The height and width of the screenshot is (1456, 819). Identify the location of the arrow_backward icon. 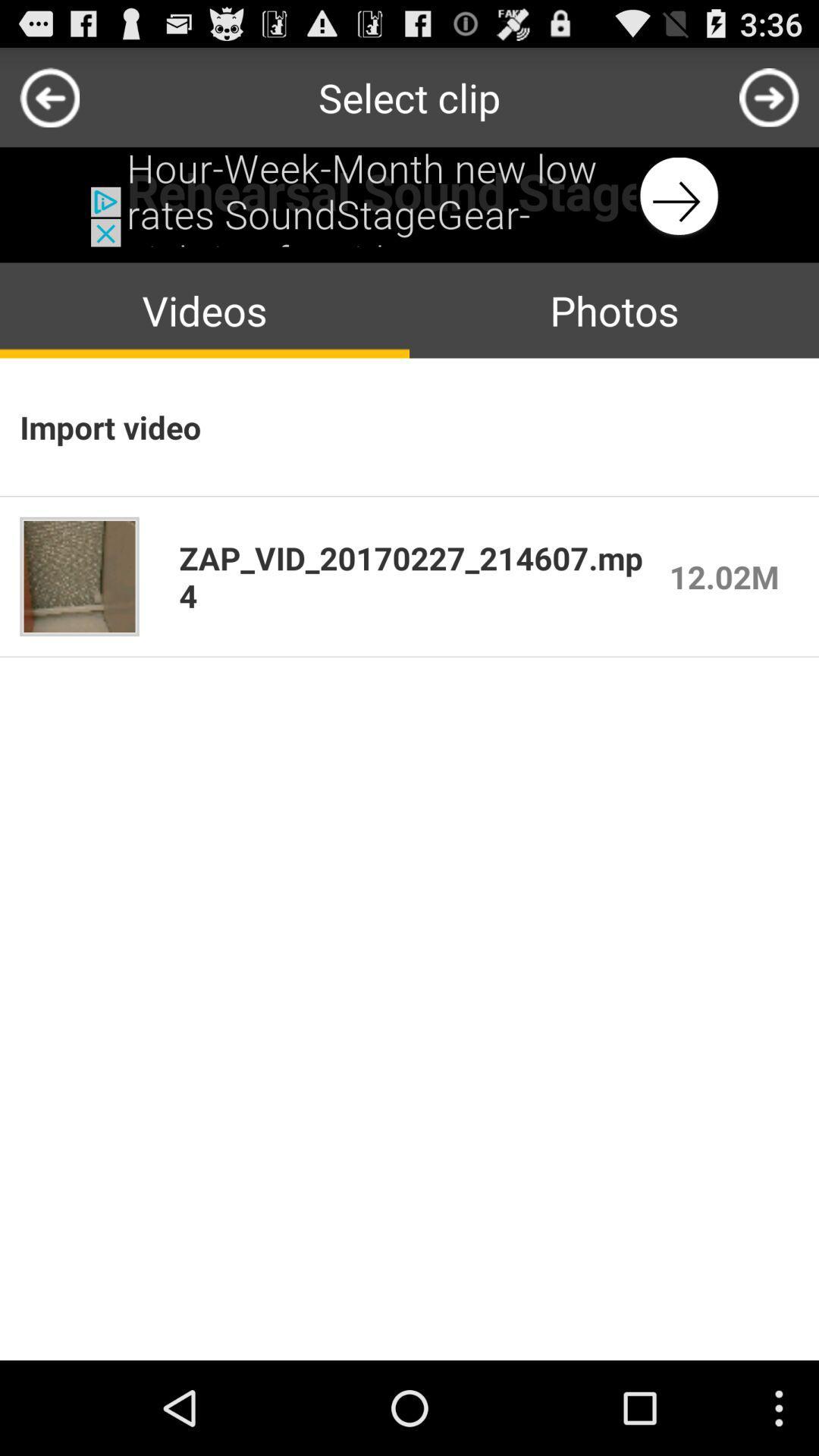
(49, 103).